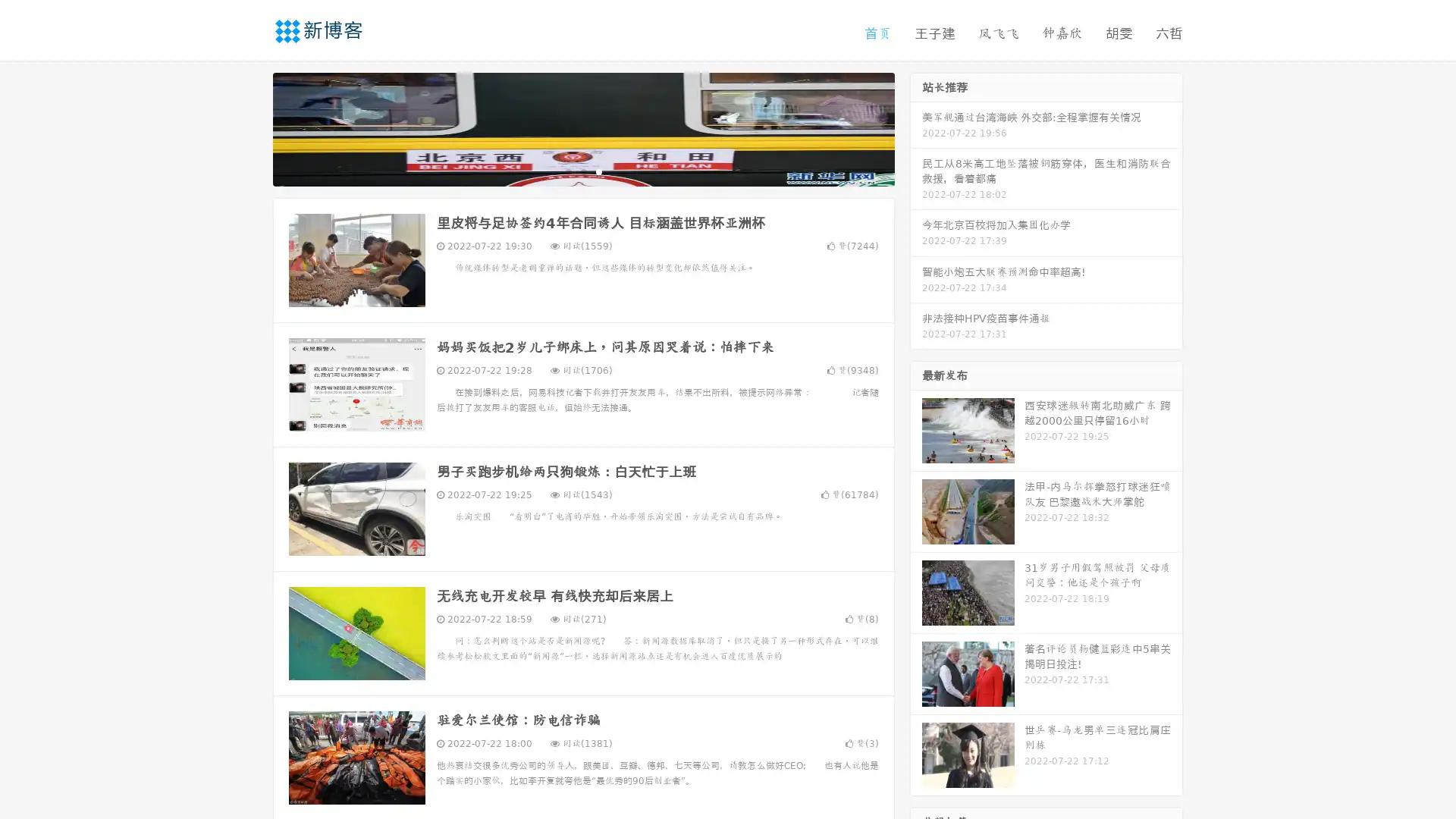 The width and height of the screenshot is (1456, 819). Describe the element at coordinates (916, 127) in the screenshot. I see `Next slide` at that location.